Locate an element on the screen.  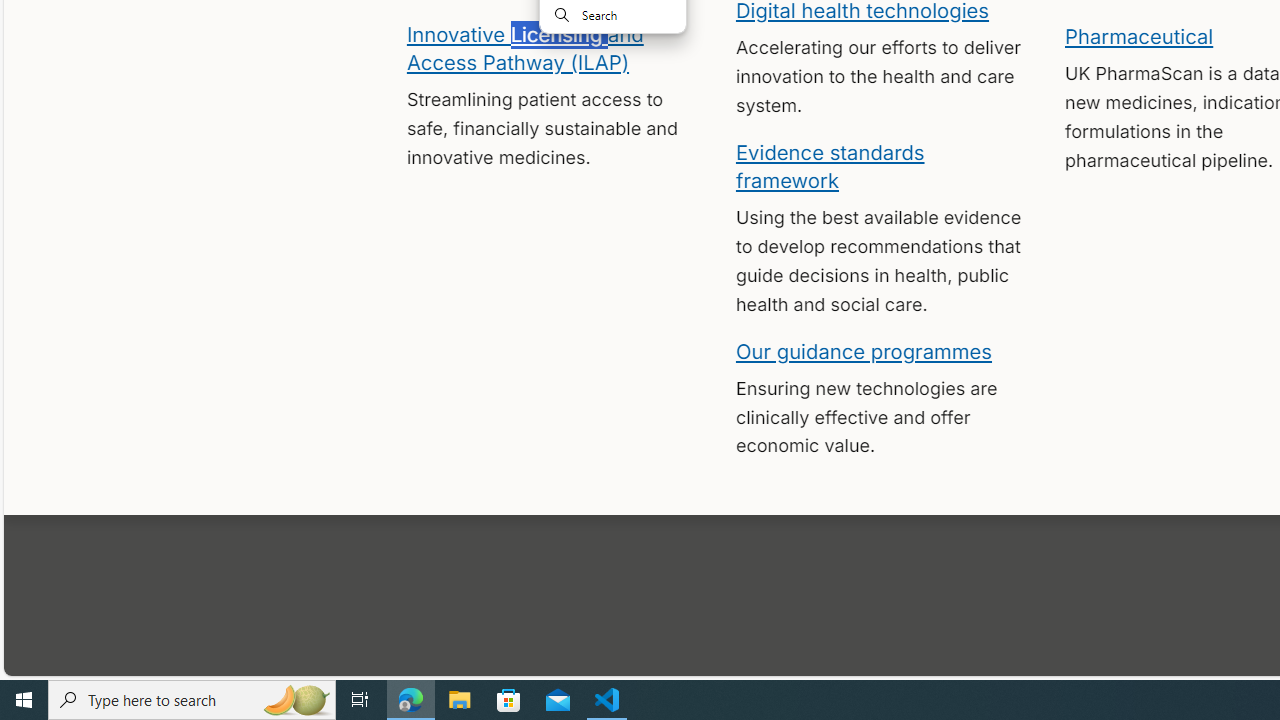
'Innovative Licensing and Access Pathway (ILAP)' is located at coordinates (524, 46).